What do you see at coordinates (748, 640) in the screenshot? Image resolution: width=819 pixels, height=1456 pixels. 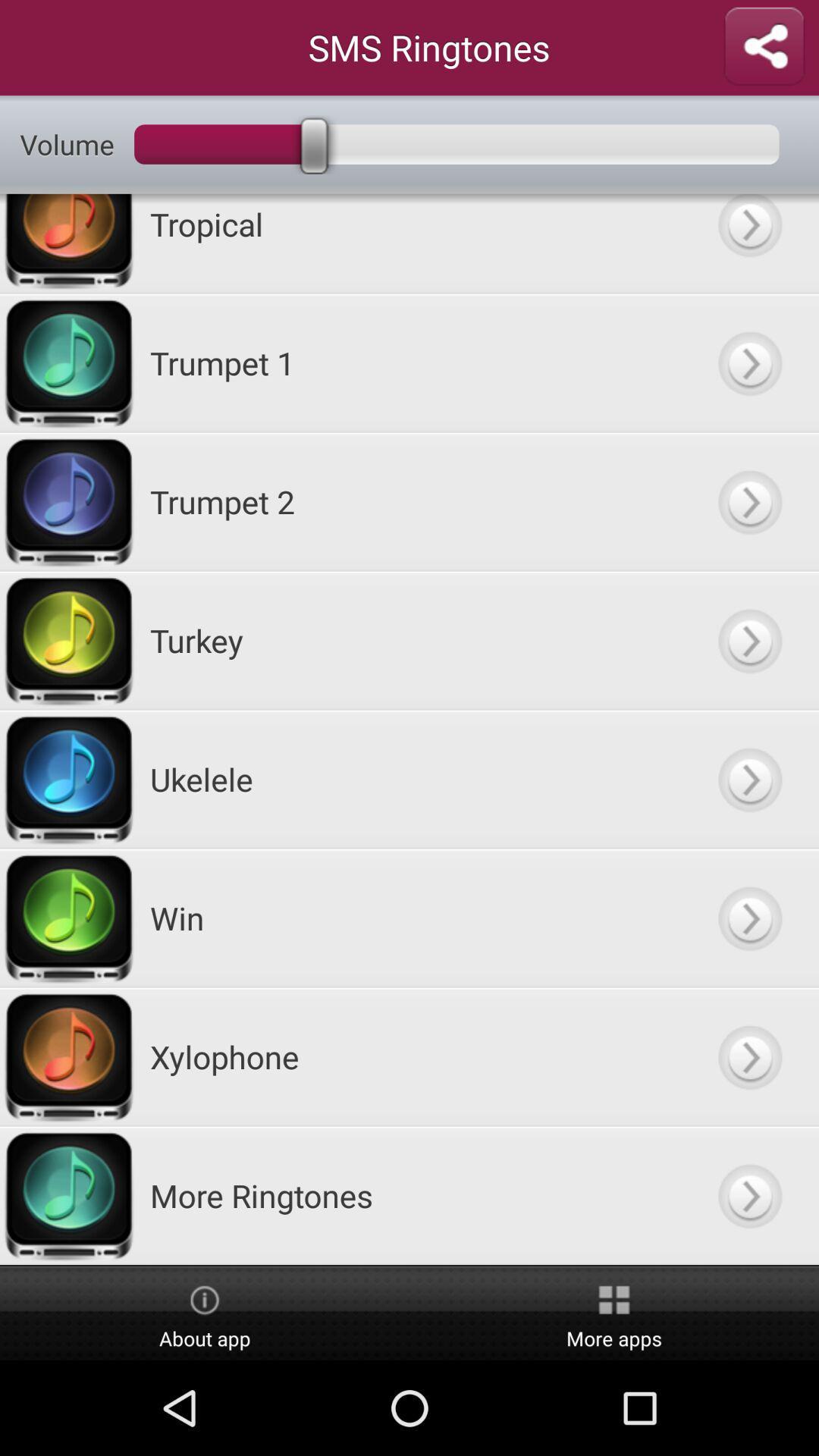 I see `turkey audio` at bounding box center [748, 640].